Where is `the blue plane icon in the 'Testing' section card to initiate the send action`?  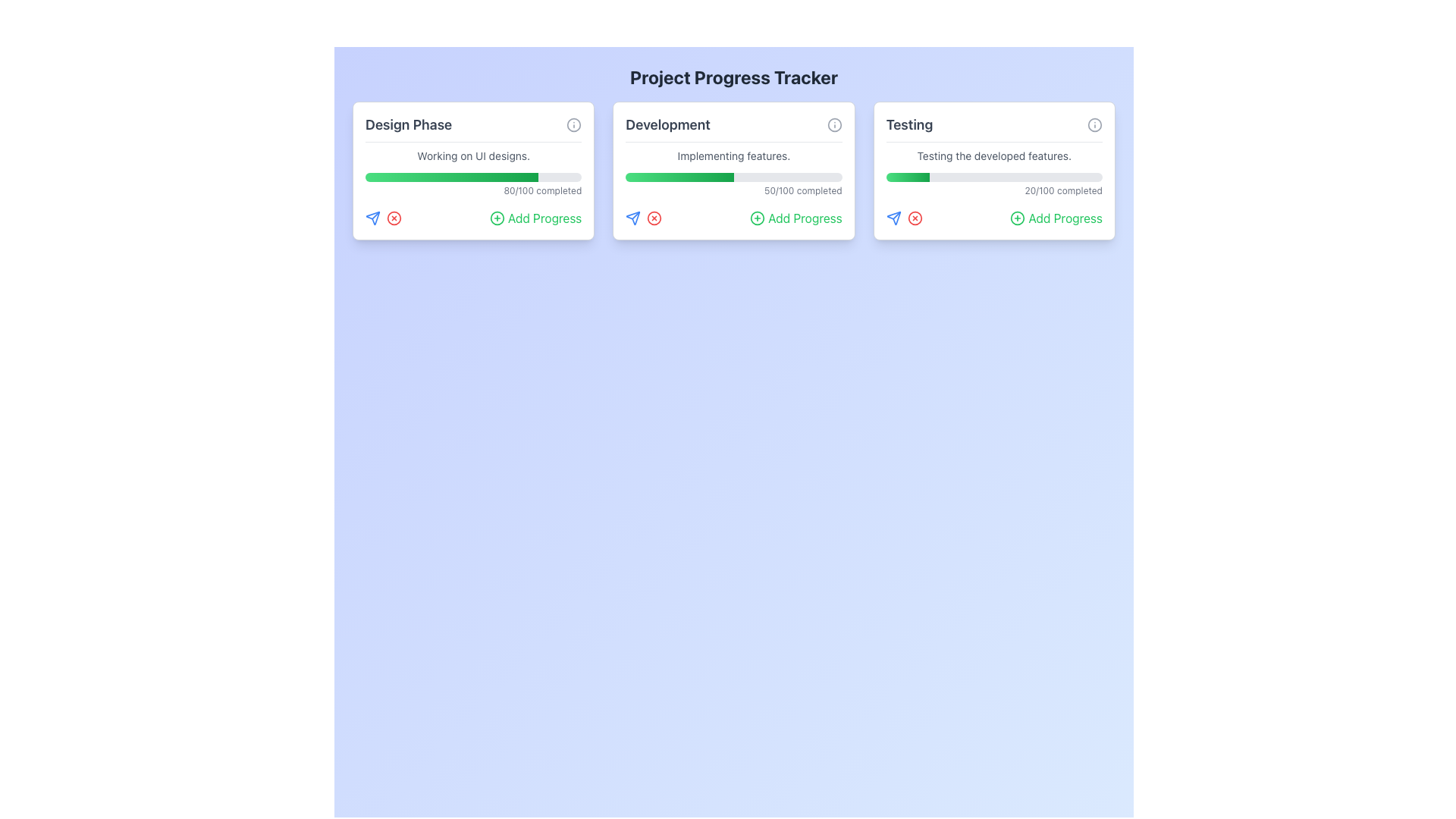 the blue plane icon in the 'Testing' section card to initiate the send action is located at coordinates (904, 218).